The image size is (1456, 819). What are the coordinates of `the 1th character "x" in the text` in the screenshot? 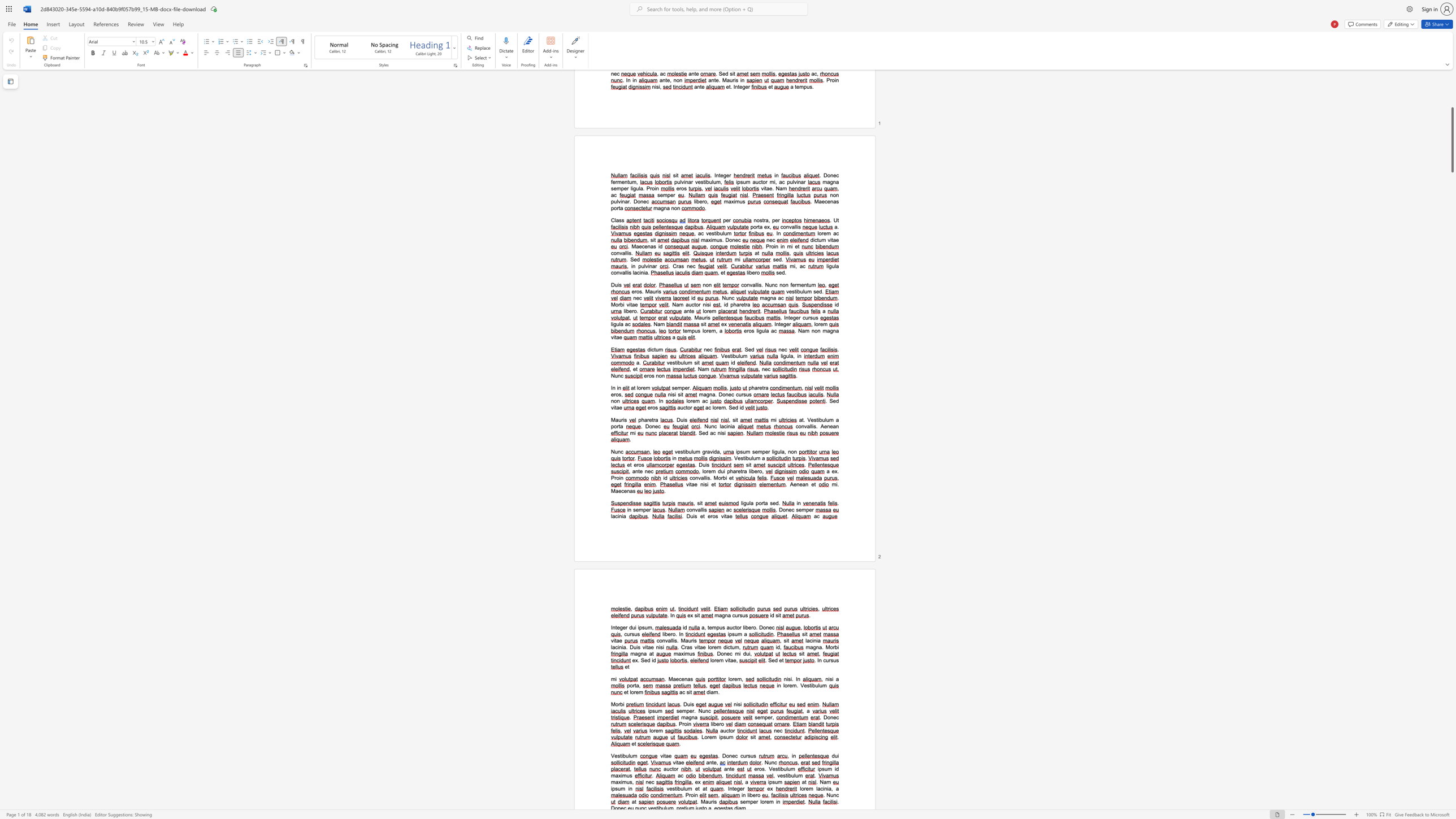 It's located at (619, 782).